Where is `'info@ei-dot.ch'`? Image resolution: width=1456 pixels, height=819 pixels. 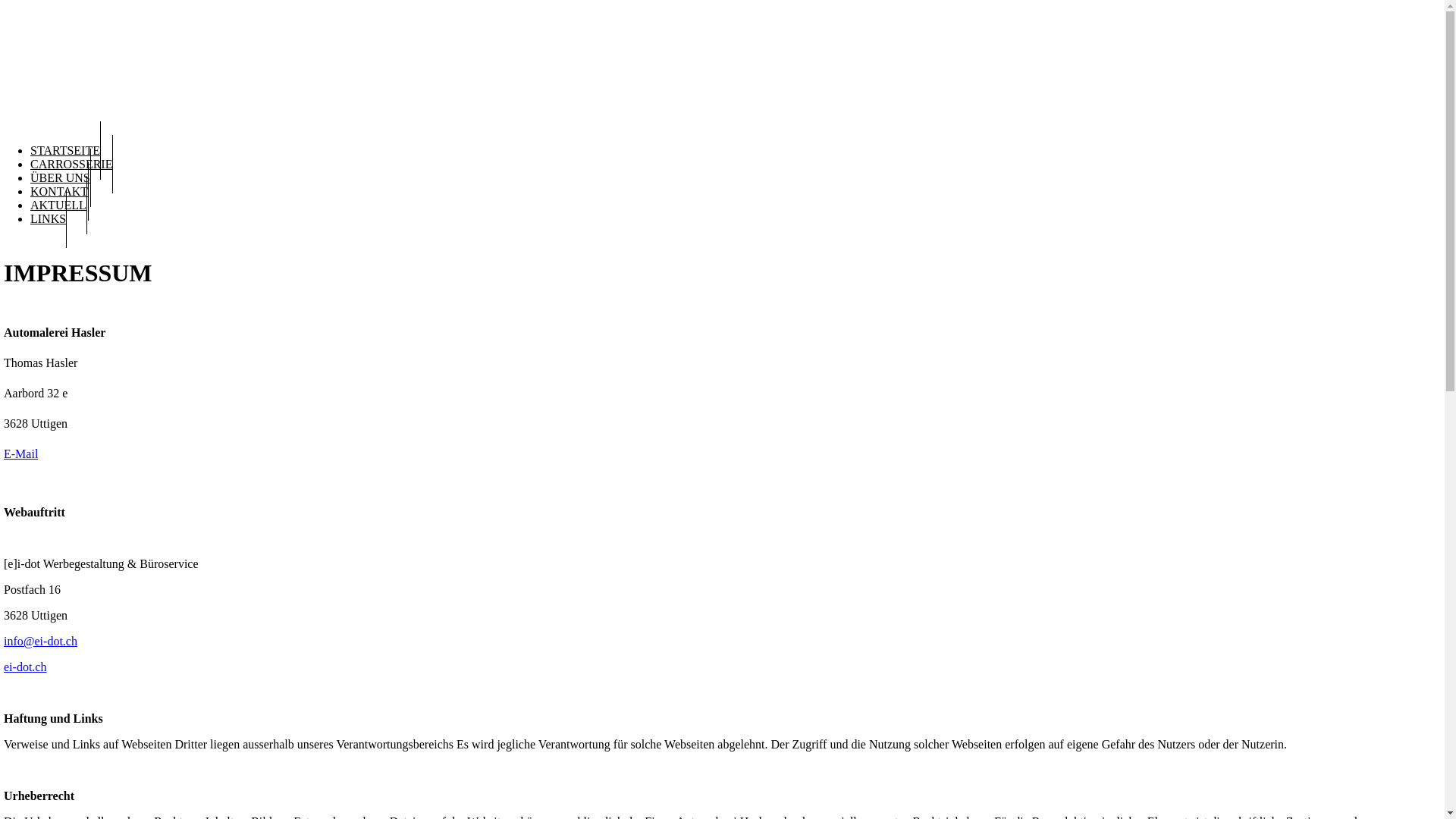
'info@ei-dot.ch' is located at coordinates (40, 641).